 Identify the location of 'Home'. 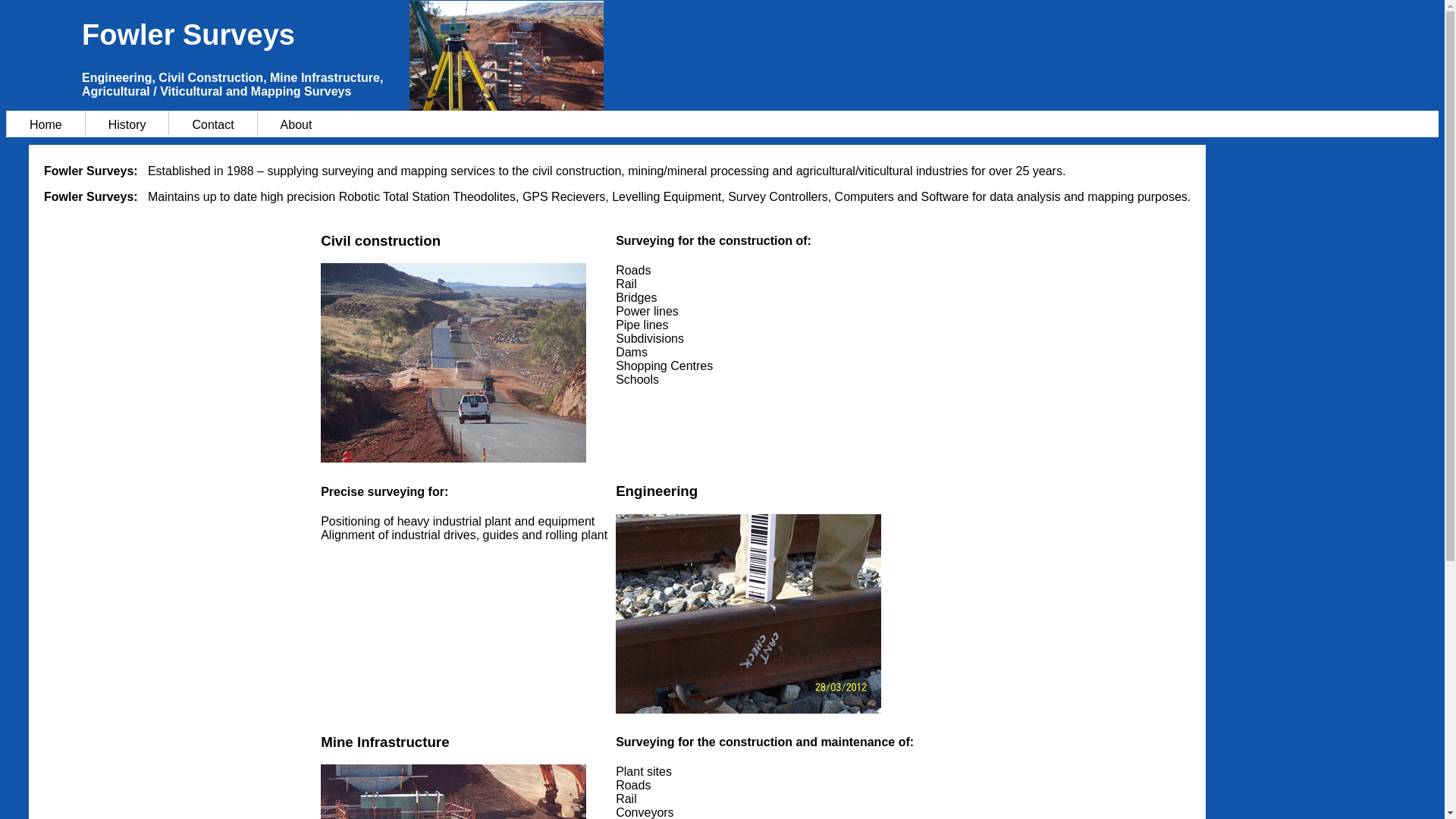
(45, 122).